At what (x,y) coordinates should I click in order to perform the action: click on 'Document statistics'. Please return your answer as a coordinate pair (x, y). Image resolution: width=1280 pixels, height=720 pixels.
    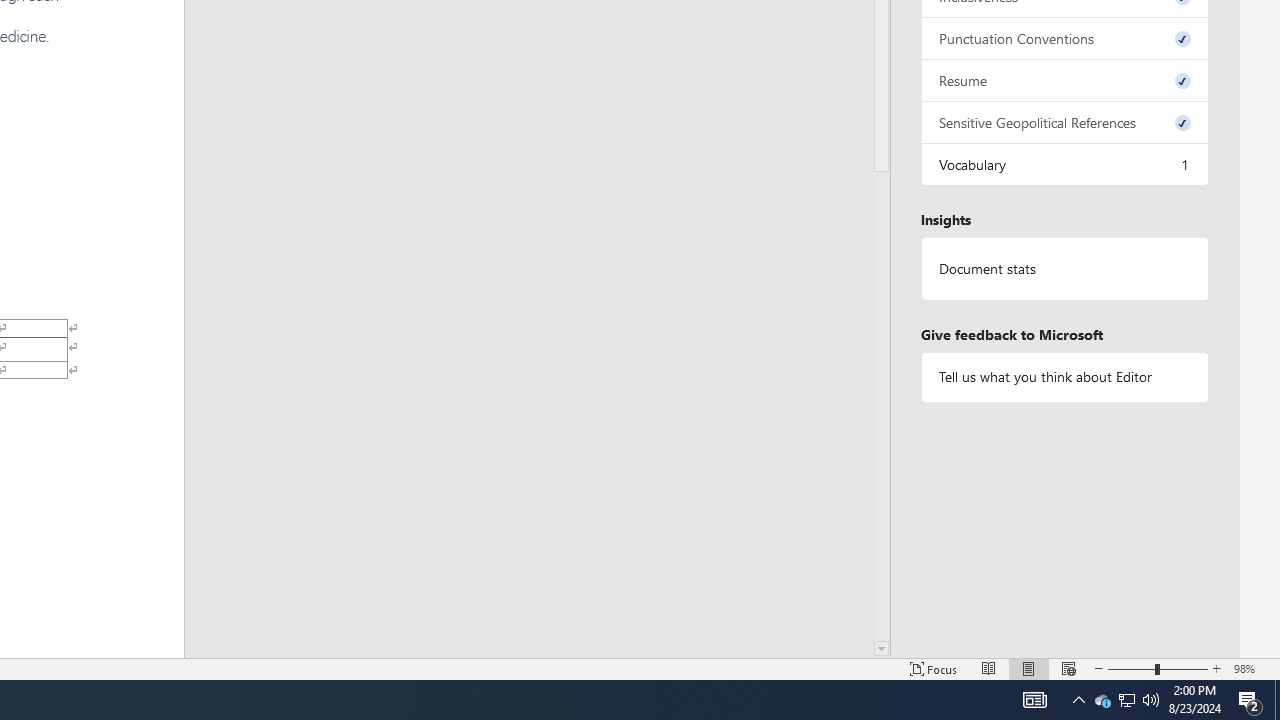
    Looking at the image, I should click on (1063, 268).